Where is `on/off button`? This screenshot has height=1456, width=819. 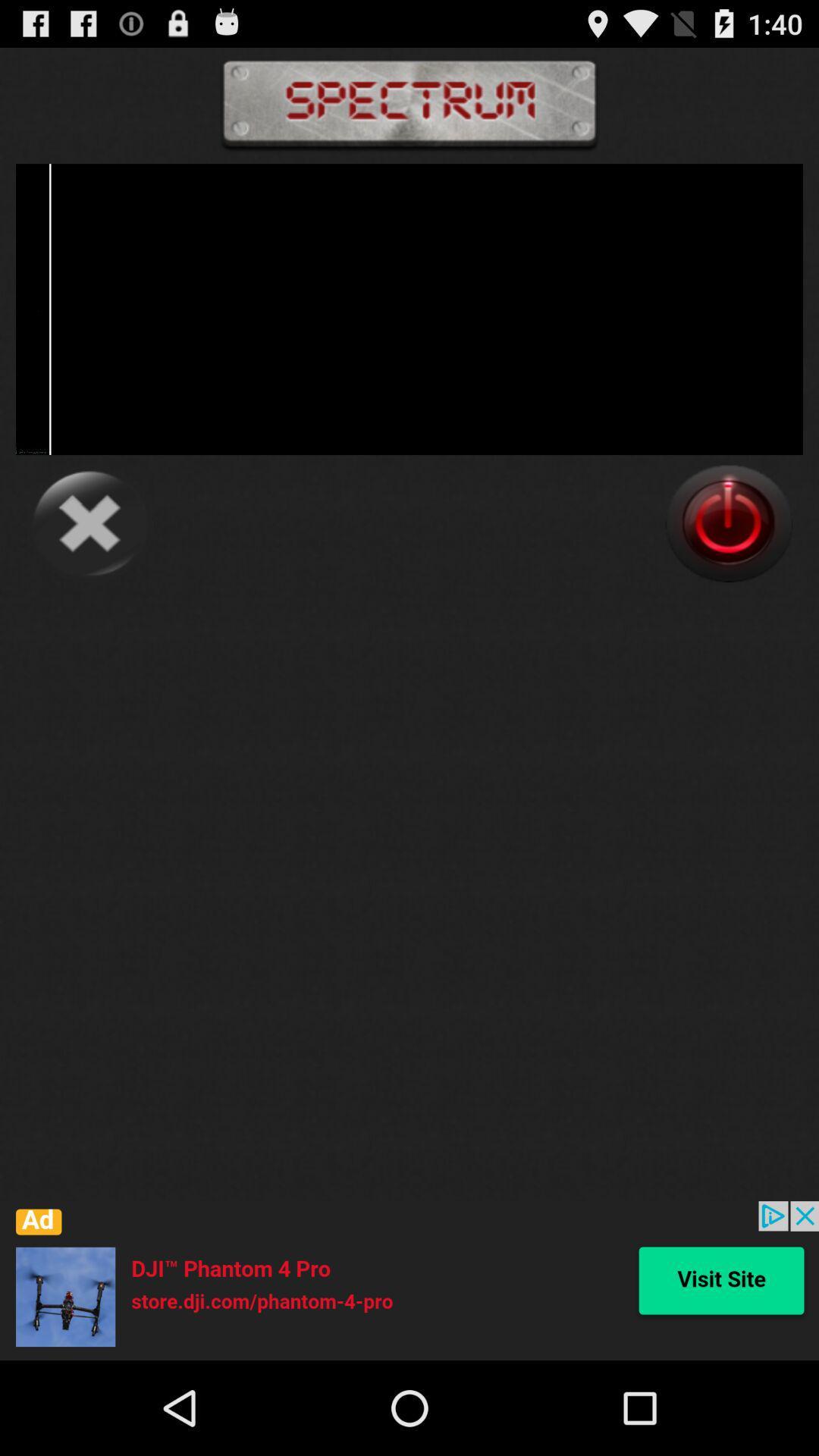 on/off button is located at coordinates (728, 523).